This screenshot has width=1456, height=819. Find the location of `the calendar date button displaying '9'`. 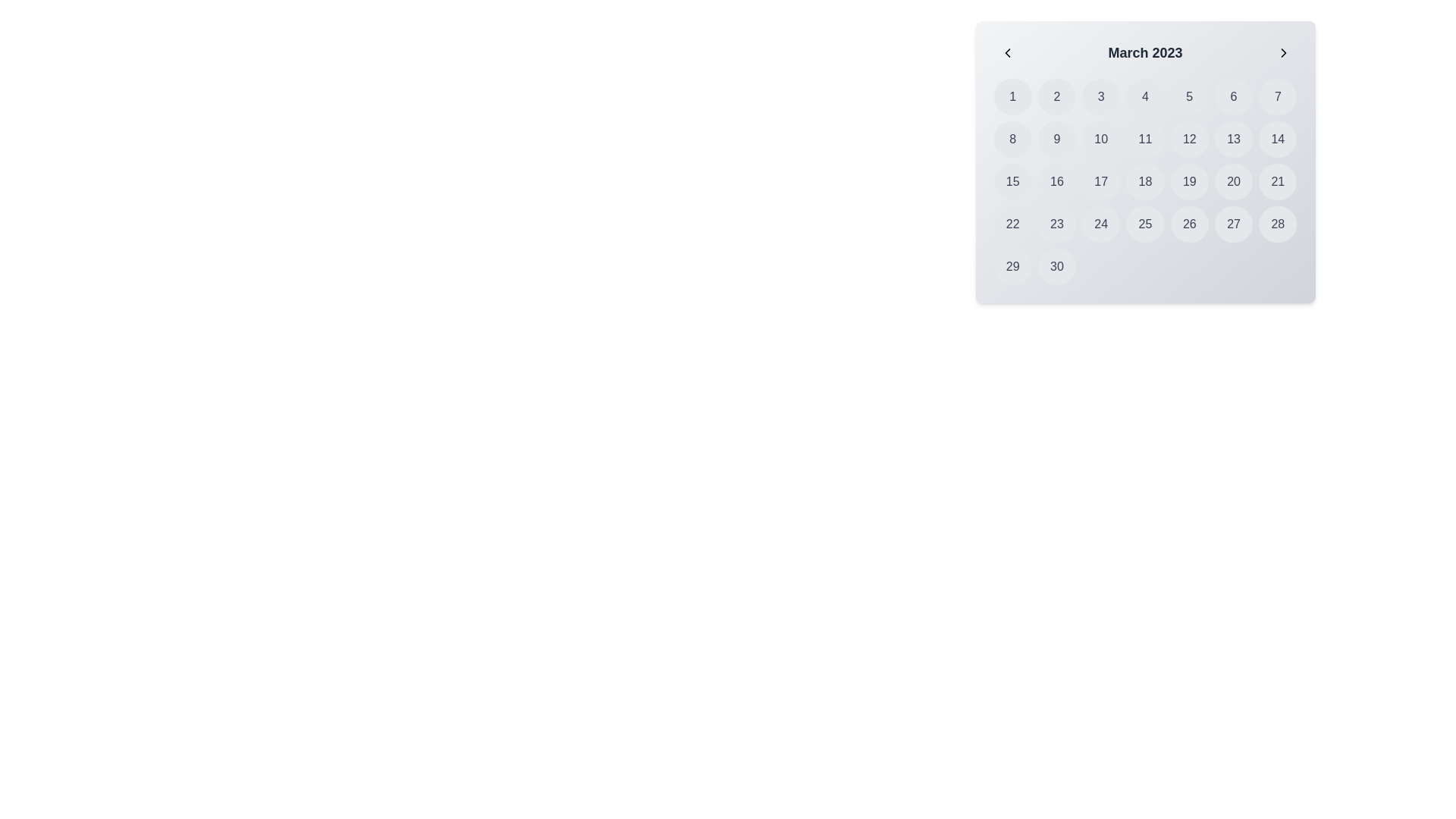

the calendar date button displaying '9' is located at coordinates (1056, 140).